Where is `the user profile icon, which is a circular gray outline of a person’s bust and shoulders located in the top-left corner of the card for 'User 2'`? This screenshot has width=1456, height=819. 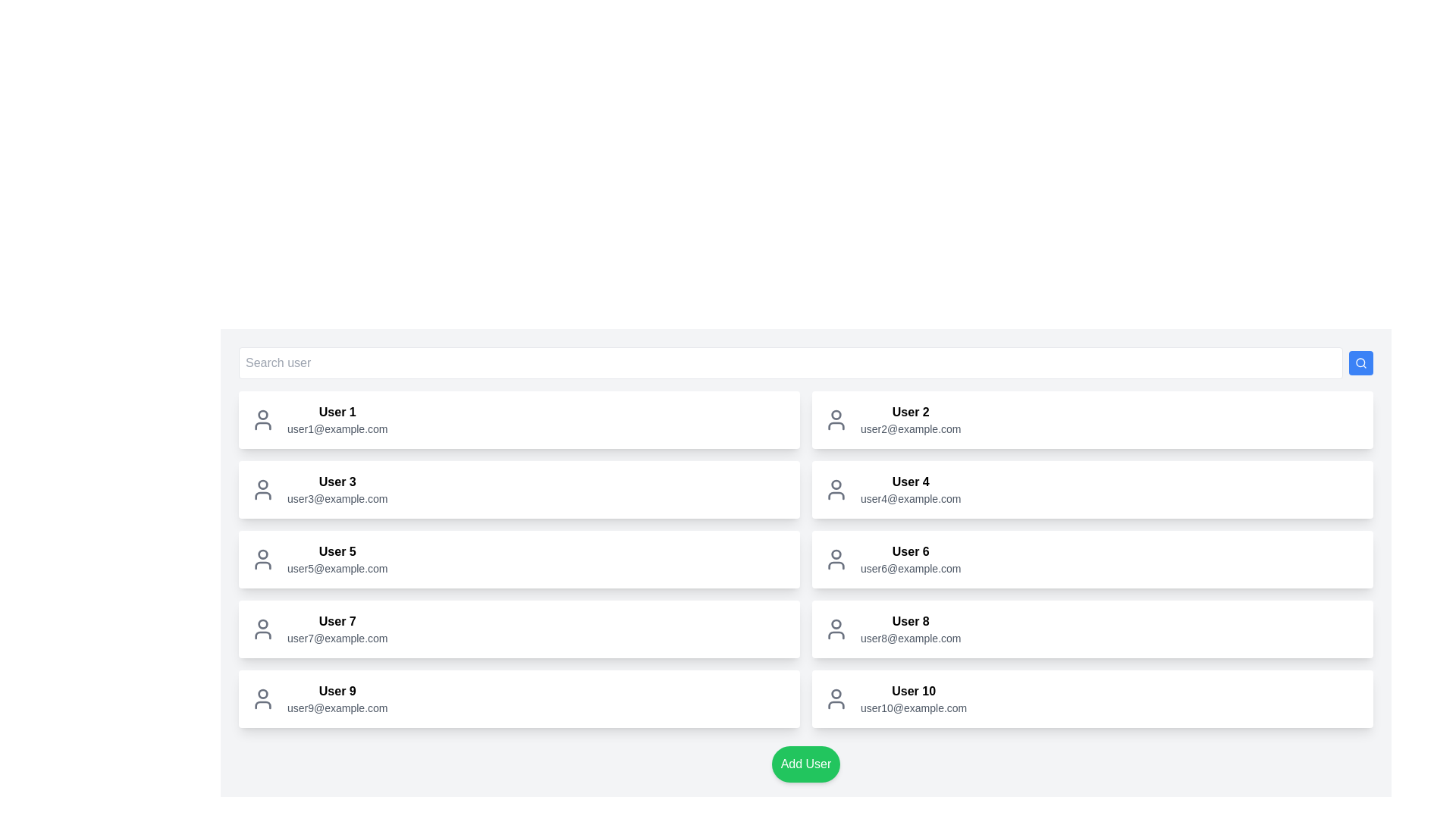 the user profile icon, which is a circular gray outline of a person’s bust and shoulders located in the top-left corner of the card for 'User 2' is located at coordinates (836, 420).